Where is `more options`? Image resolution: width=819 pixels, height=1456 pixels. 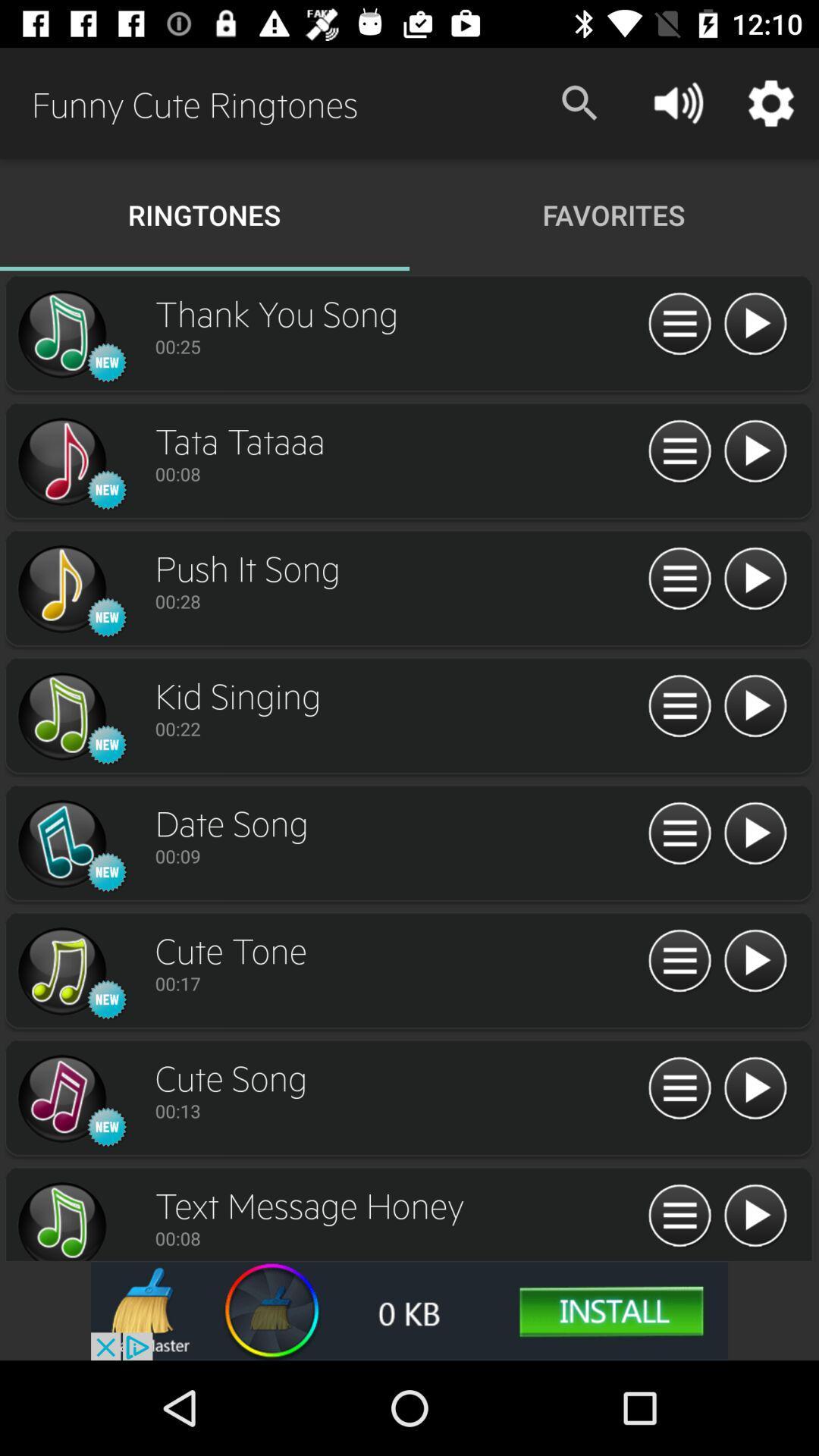 more options is located at coordinates (679, 706).